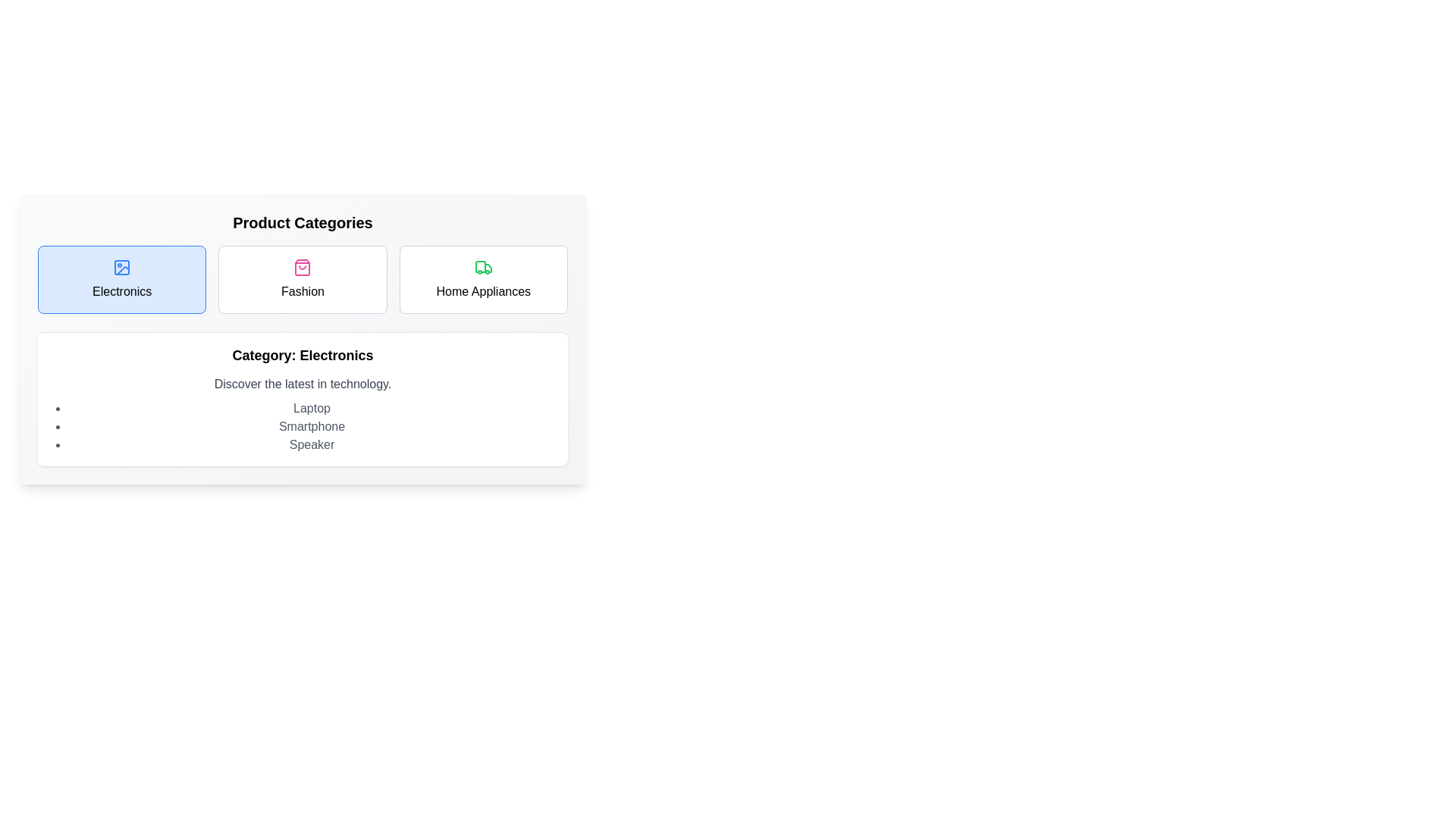 This screenshot has height=819, width=1456. I want to click on the Graphical Icon Component, which is a centrally positioned 24x24 pixel SVG icon representing an image or placeholder, so click(122, 267).